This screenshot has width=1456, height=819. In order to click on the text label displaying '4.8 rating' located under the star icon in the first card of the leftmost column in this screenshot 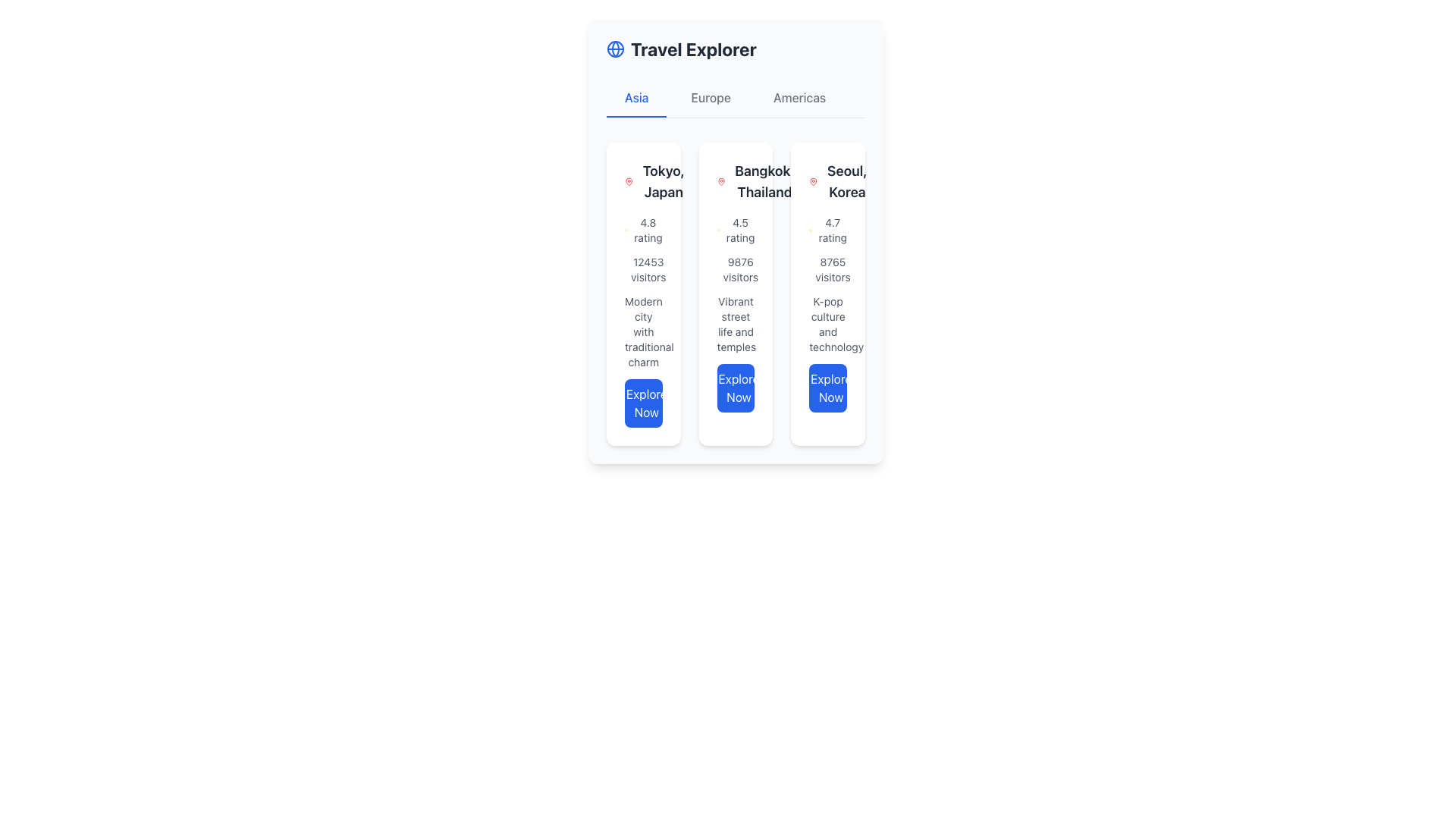, I will do `click(648, 231)`.